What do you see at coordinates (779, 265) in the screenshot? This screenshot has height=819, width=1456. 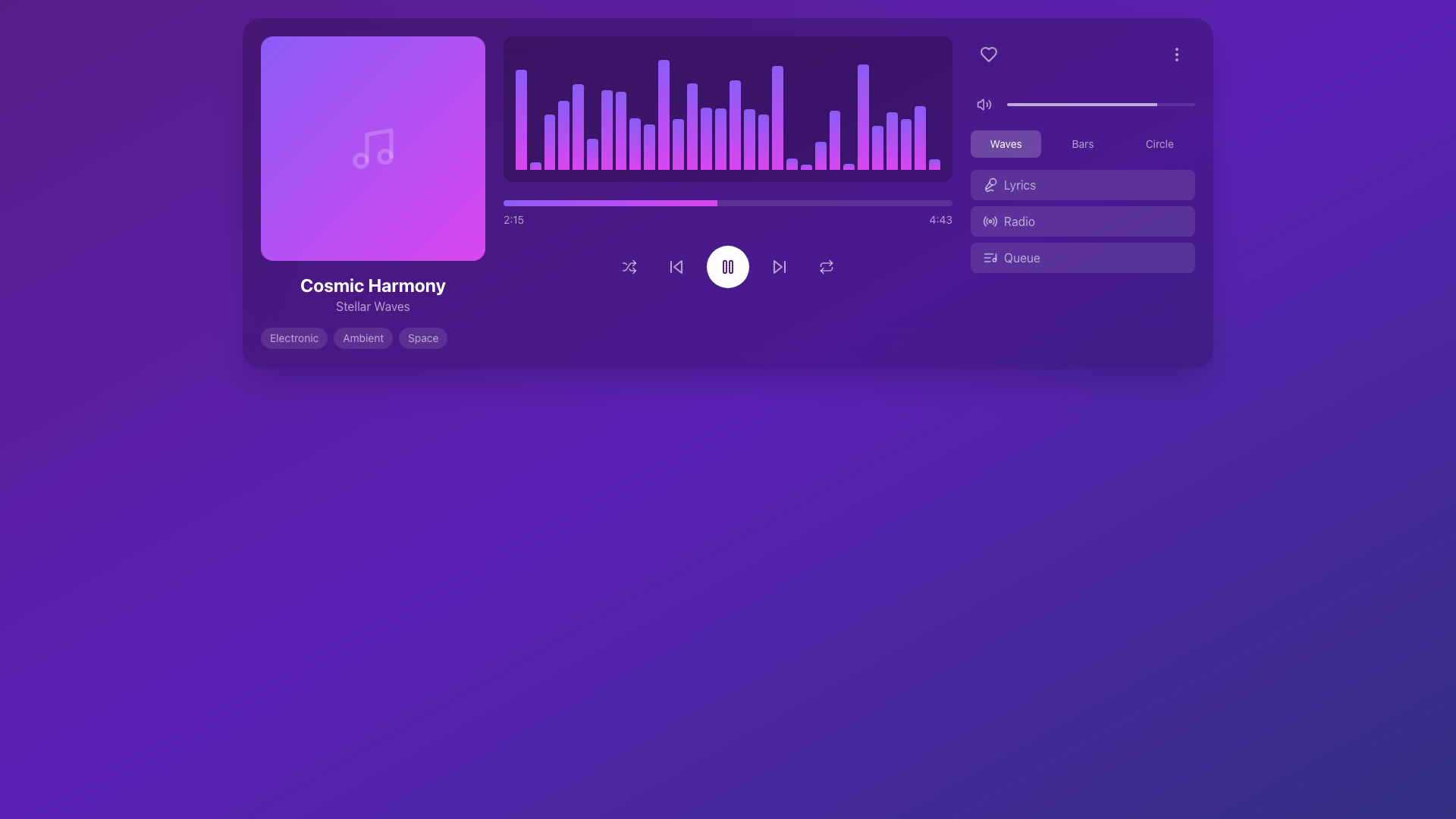 I see `the skip-forward button which is a triangular play symbol pointing right, located below the audio visualization bar and to the right of the central play/pause button` at bounding box center [779, 265].